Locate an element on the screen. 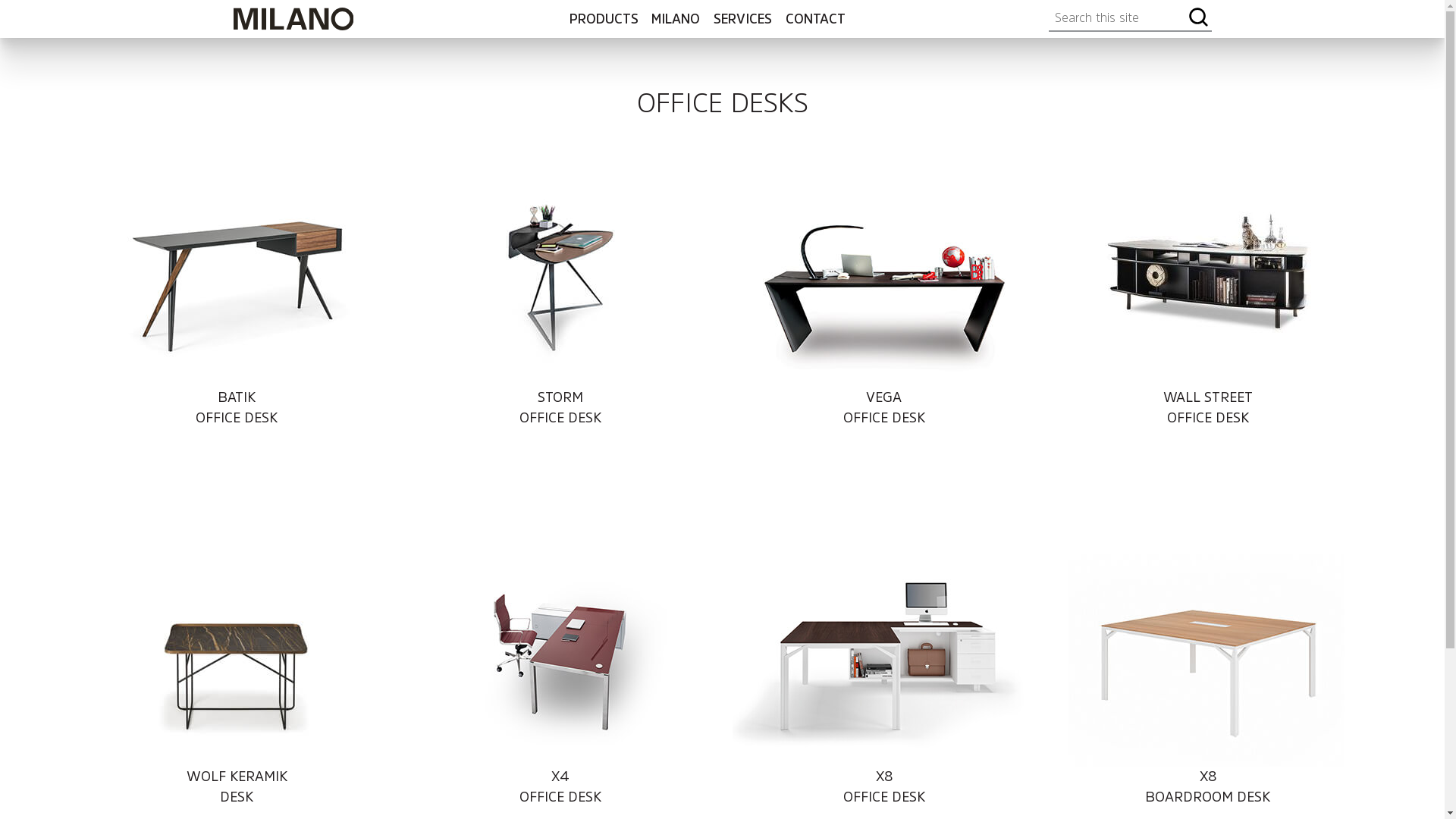  'X4 Office Desk' is located at coordinates (560, 614).